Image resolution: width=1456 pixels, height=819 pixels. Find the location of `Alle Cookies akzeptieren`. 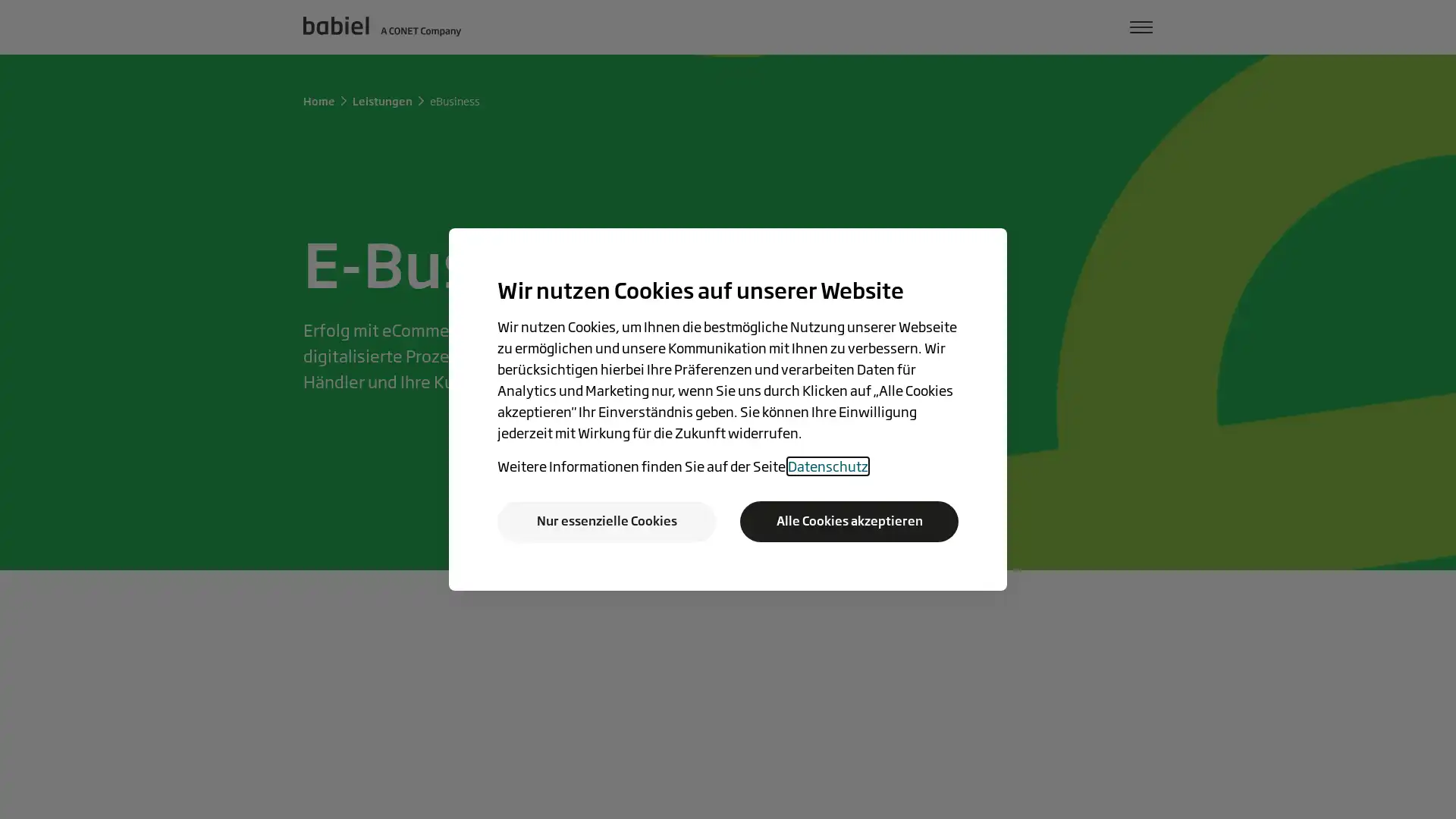

Alle Cookies akzeptieren is located at coordinates (848, 520).